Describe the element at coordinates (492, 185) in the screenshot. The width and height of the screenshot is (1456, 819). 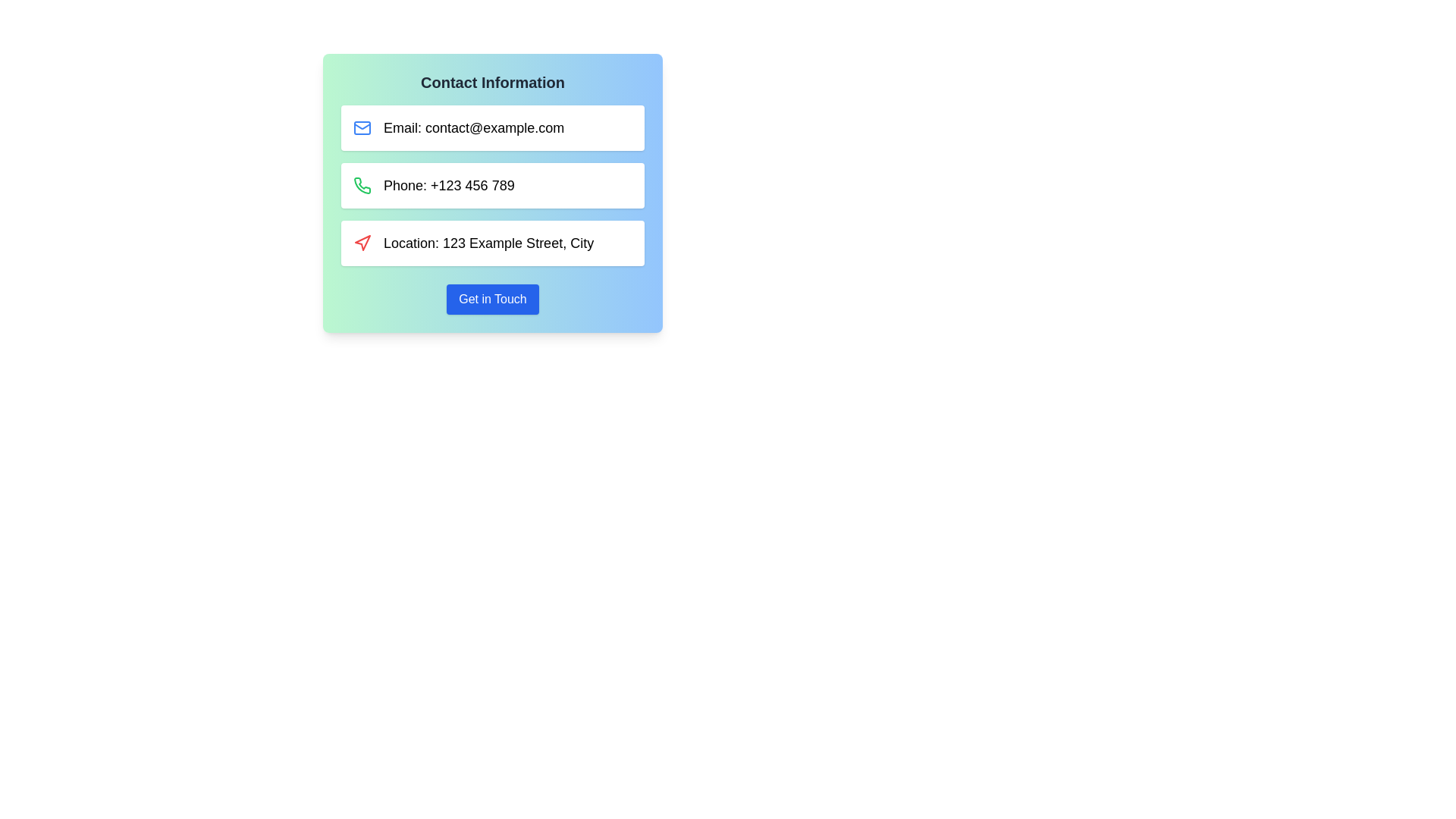
I see `the center of the vertical list of contact information entries to focus on it` at that location.